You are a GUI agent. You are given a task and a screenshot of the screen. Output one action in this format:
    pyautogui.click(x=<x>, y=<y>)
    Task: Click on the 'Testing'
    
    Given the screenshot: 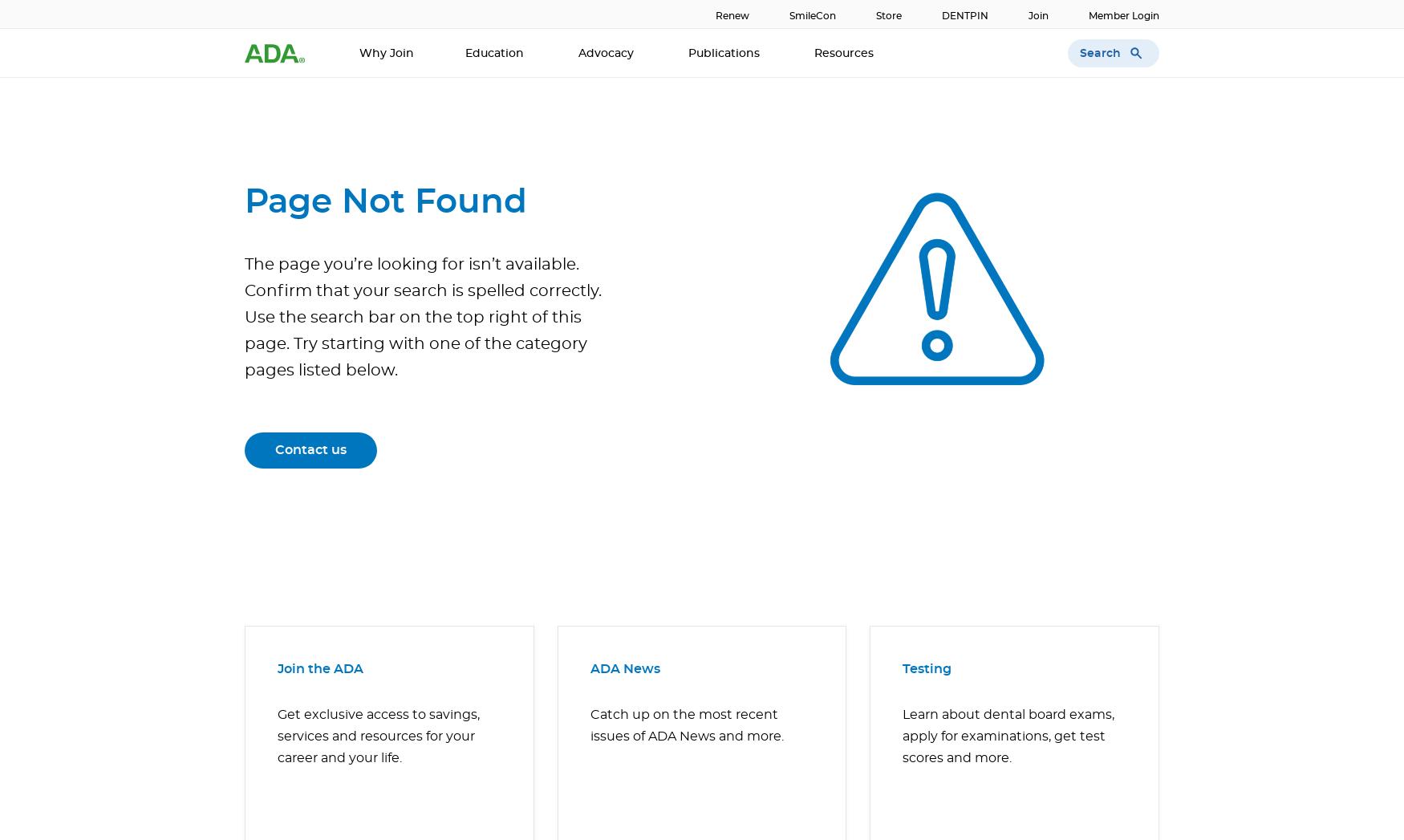 What is the action you would take?
    pyautogui.click(x=926, y=668)
    